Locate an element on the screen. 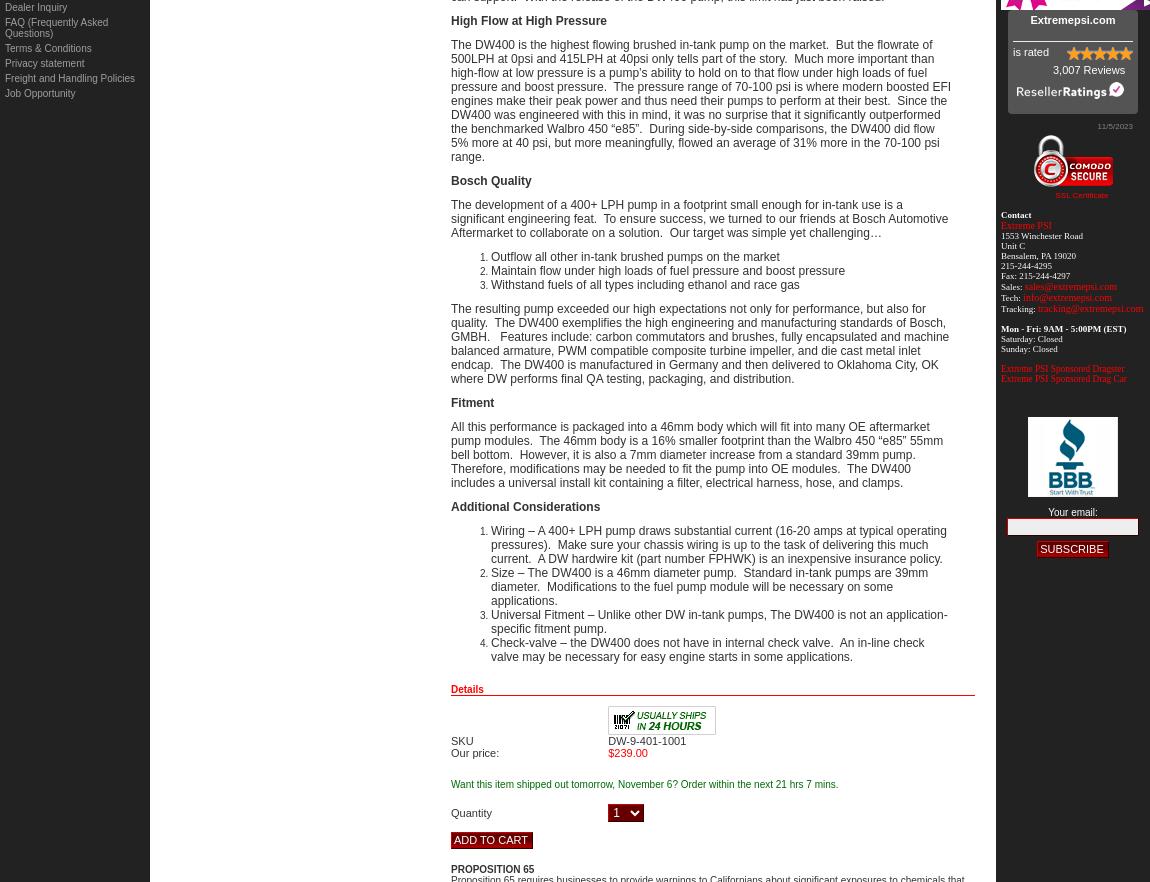 This screenshot has height=882, width=1150. 'Want this item shipped out tomorrow, November 6? Order within the next 21 hrs 7 mins.' is located at coordinates (643, 784).